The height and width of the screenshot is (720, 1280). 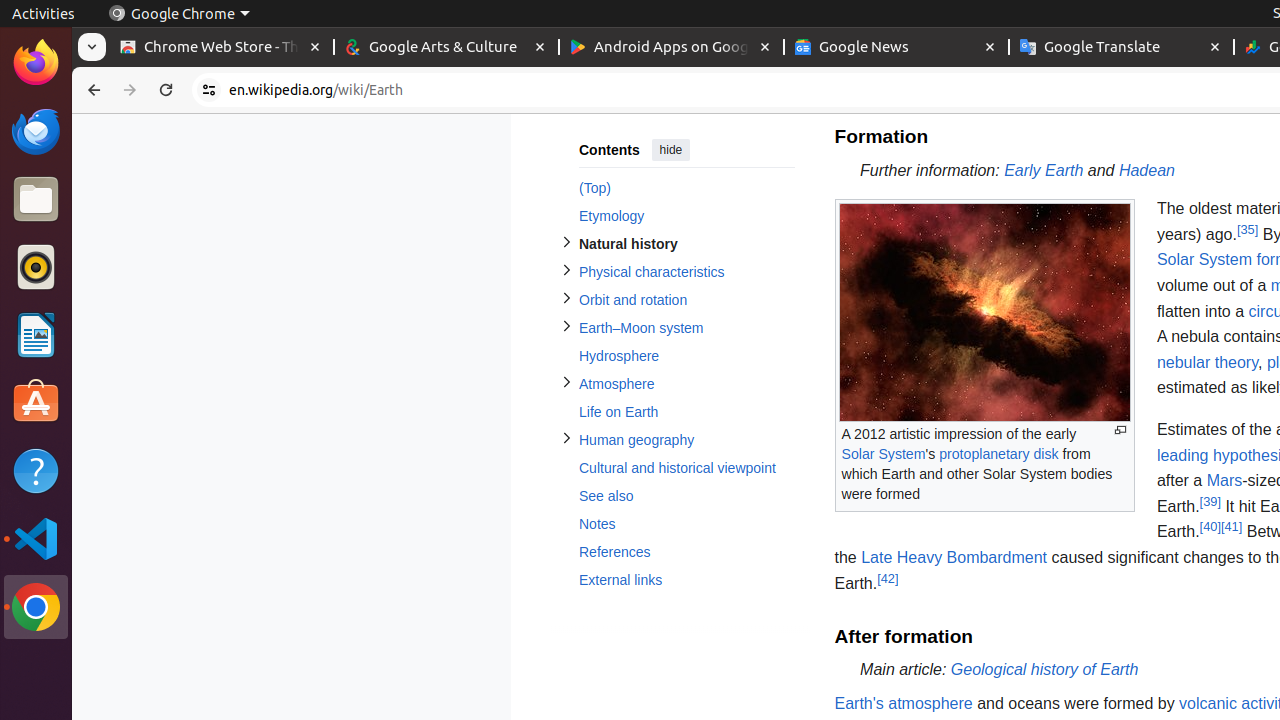 I want to click on 'Rhythmbox', so click(x=35, y=265).